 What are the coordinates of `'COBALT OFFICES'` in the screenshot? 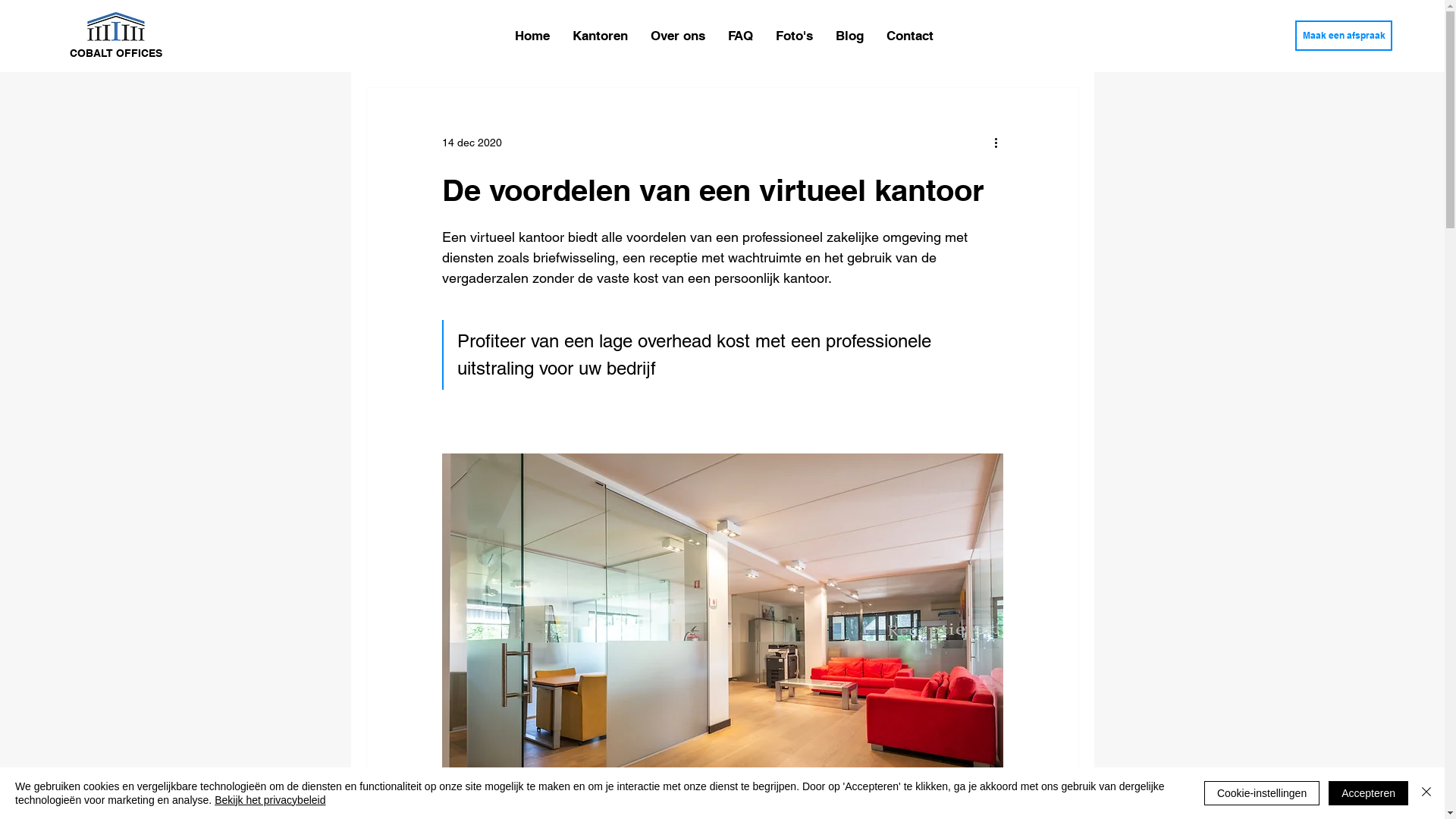 It's located at (115, 52).